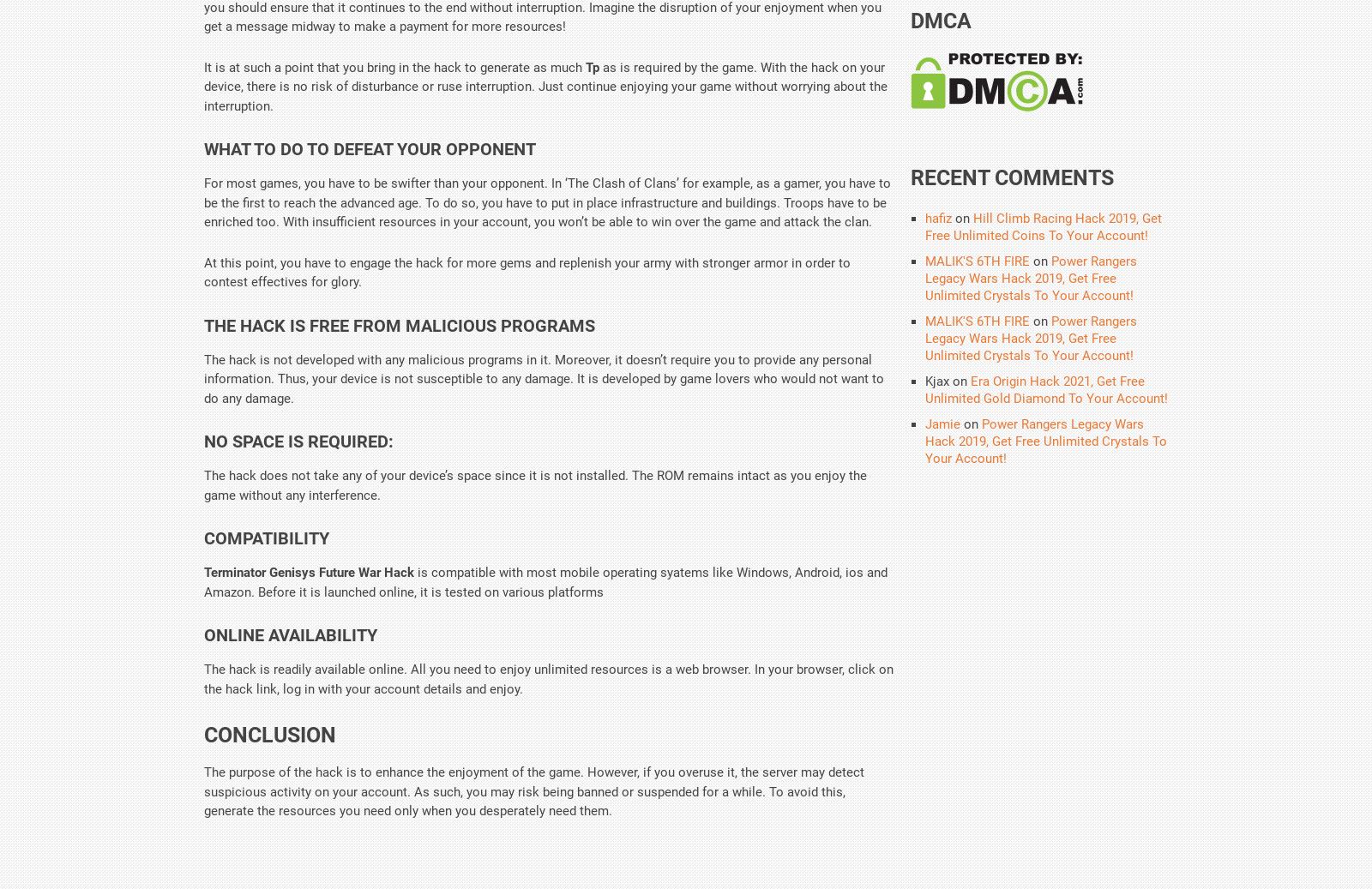 This screenshot has height=889, width=1372. What do you see at coordinates (941, 20) in the screenshot?
I see `'DMCA'` at bounding box center [941, 20].